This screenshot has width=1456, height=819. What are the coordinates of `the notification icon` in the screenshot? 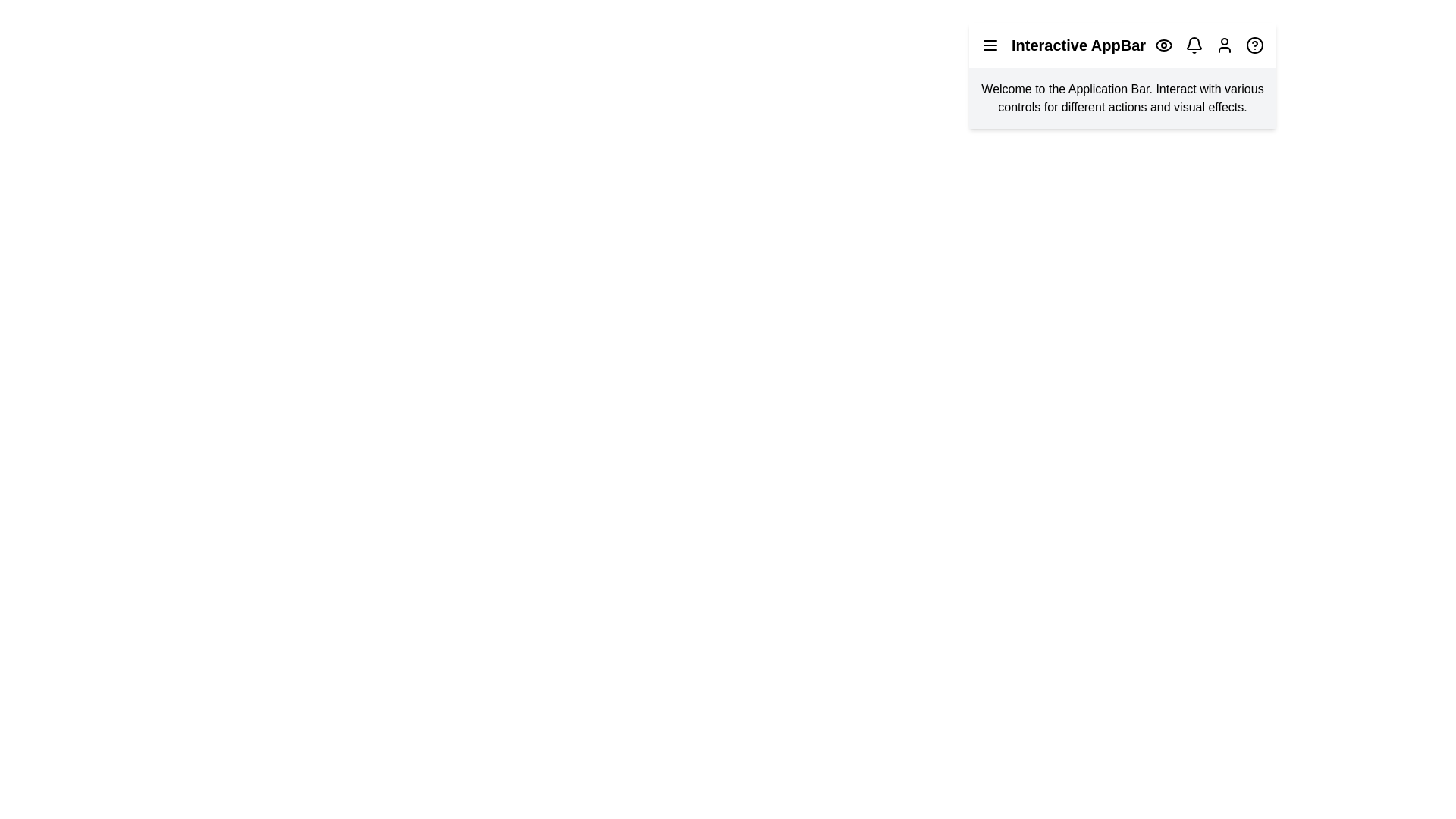 It's located at (1193, 45).